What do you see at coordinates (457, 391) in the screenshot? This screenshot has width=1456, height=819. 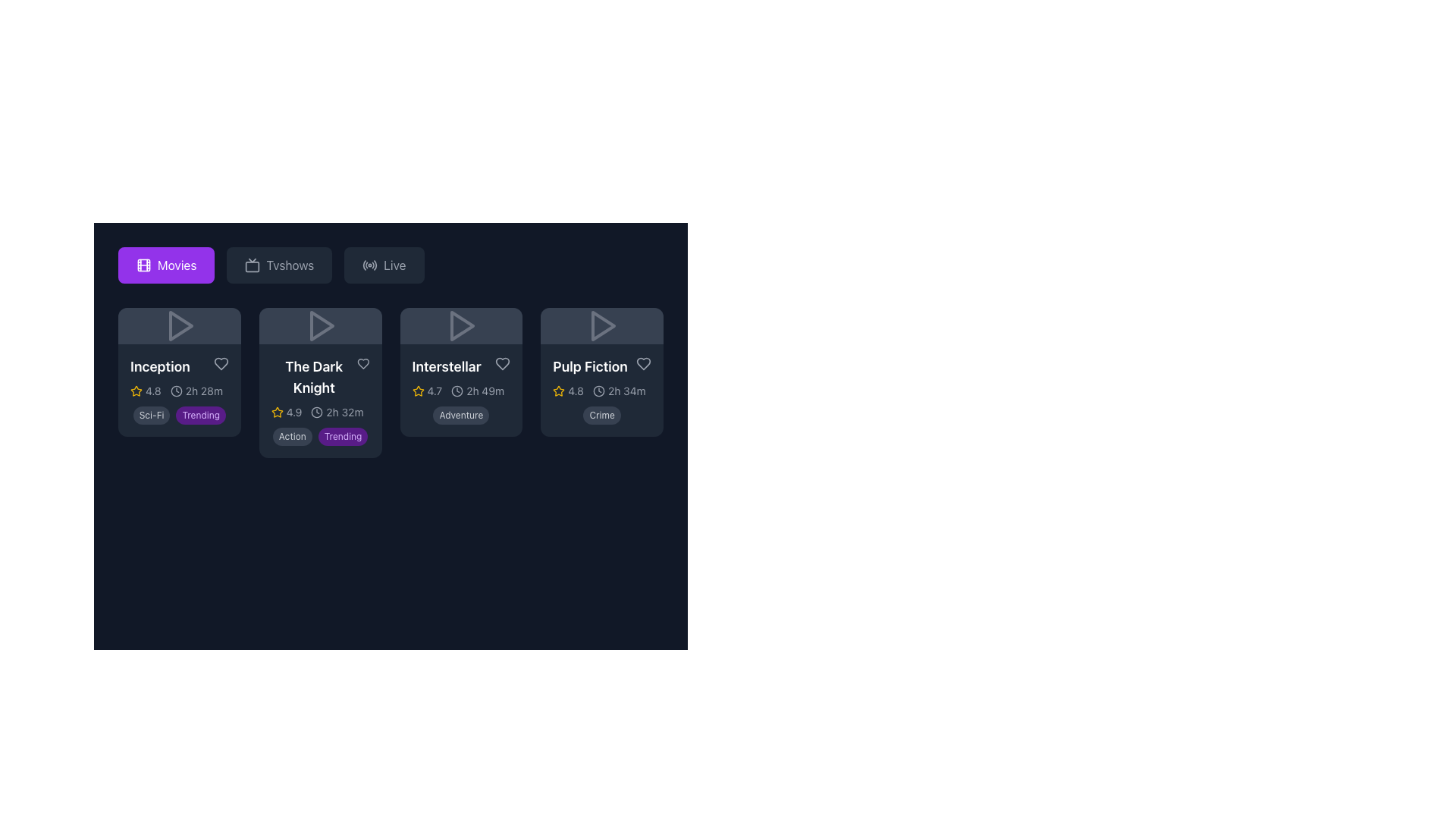 I see `the clock icon representing the runtime of the 'Interstellar' movie, which is located in the third movie card from the left` at bounding box center [457, 391].